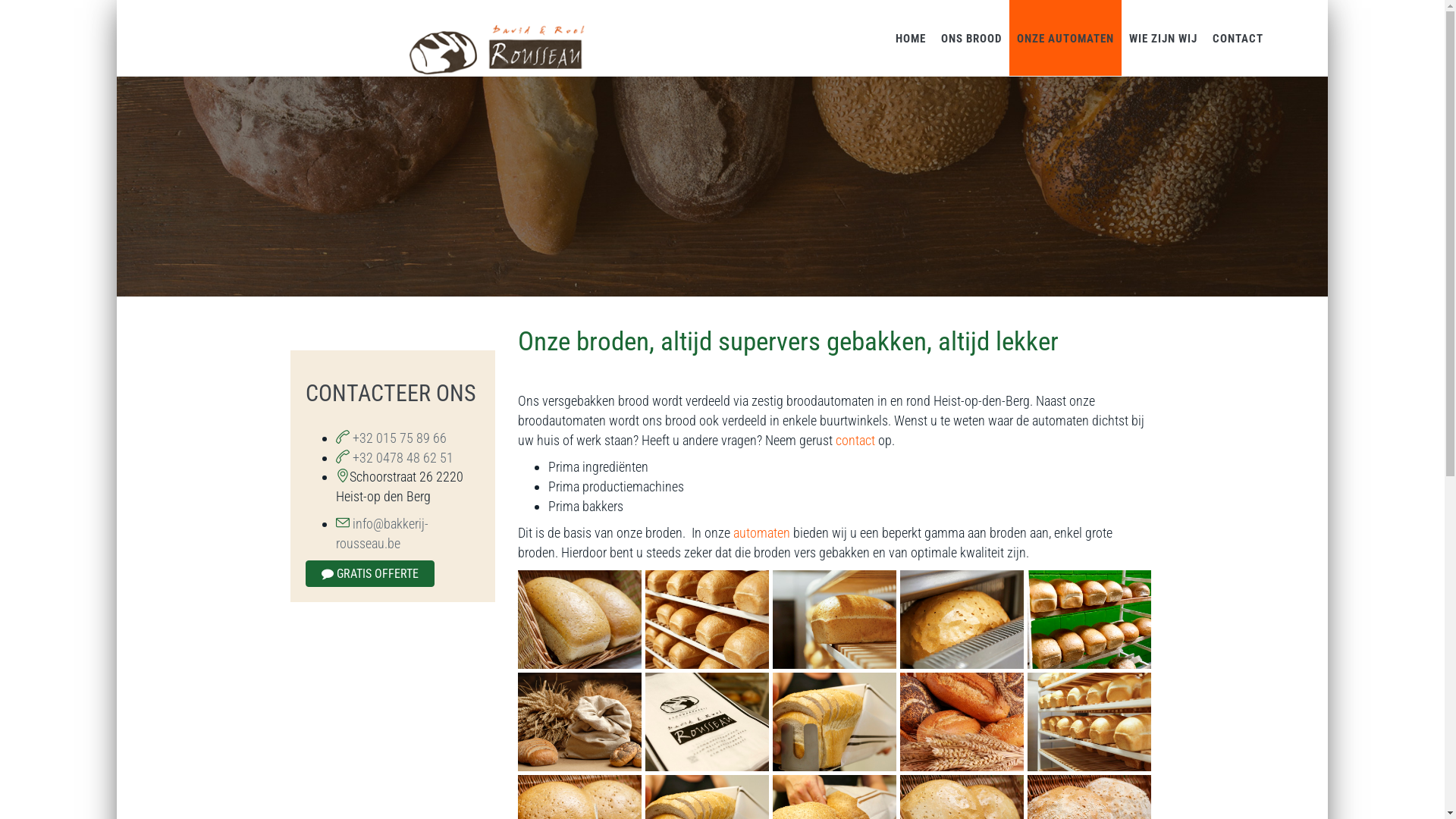  I want to click on 'ONS BROOD', so click(971, 37).